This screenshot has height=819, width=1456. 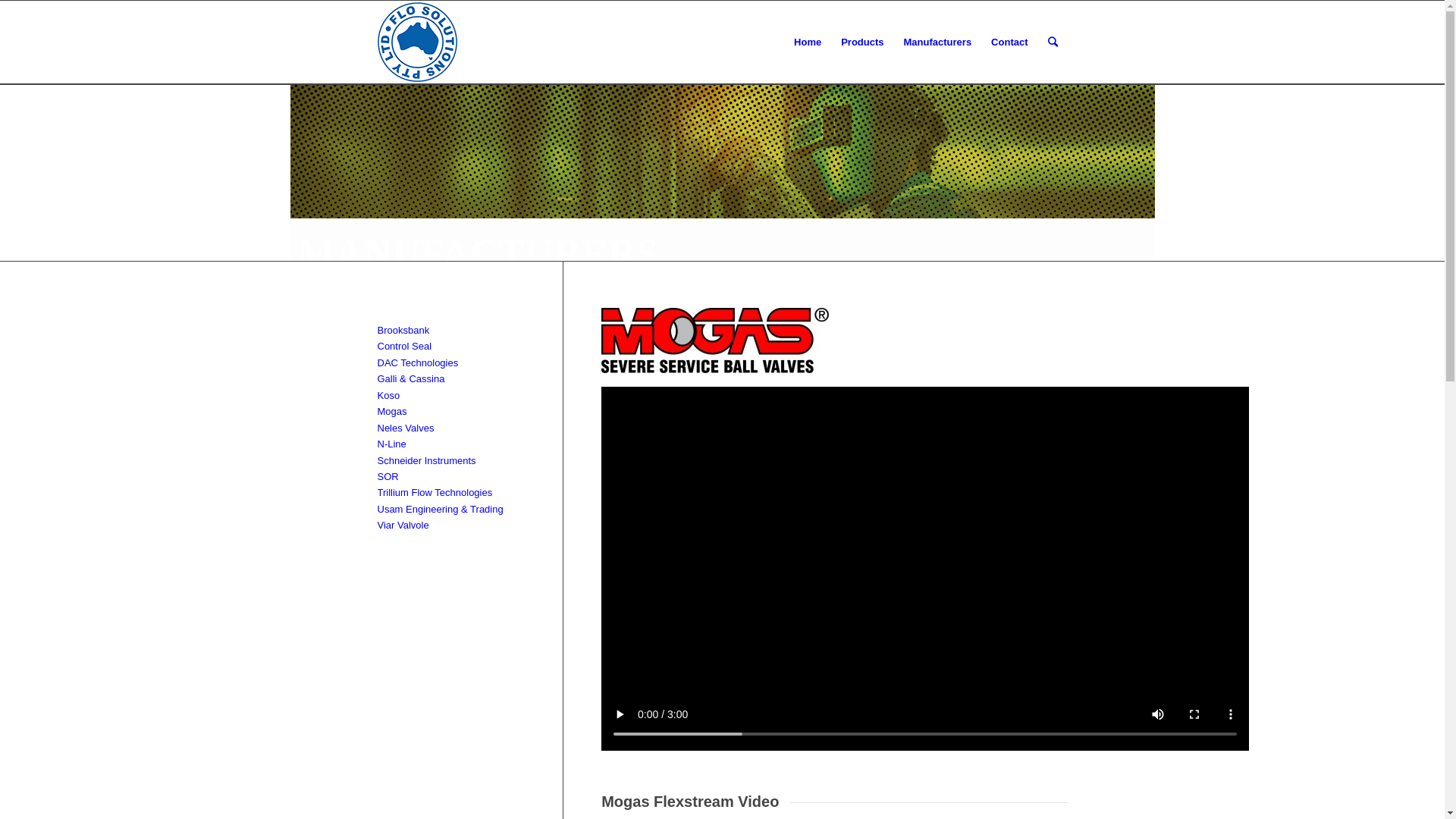 What do you see at coordinates (937, 42) in the screenshot?
I see `'Manufacturers'` at bounding box center [937, 42].